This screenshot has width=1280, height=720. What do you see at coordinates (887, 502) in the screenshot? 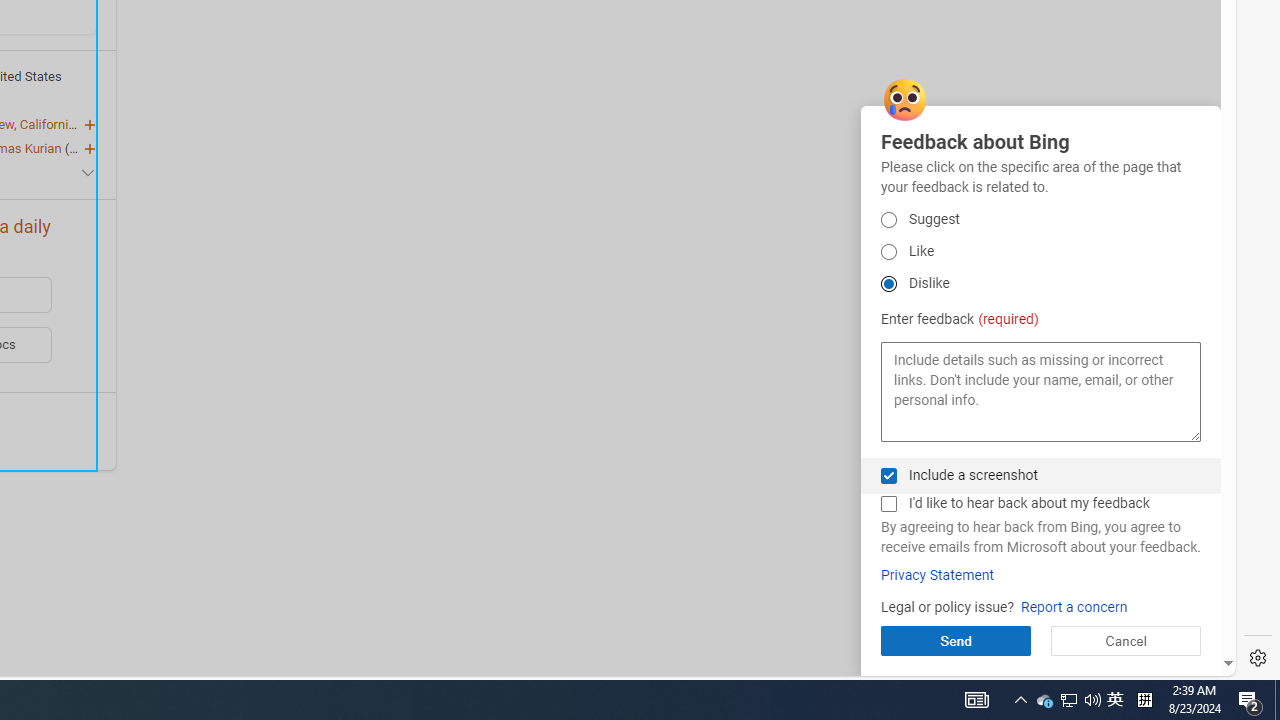
I see `'I'` at bounding box center [887, 502].